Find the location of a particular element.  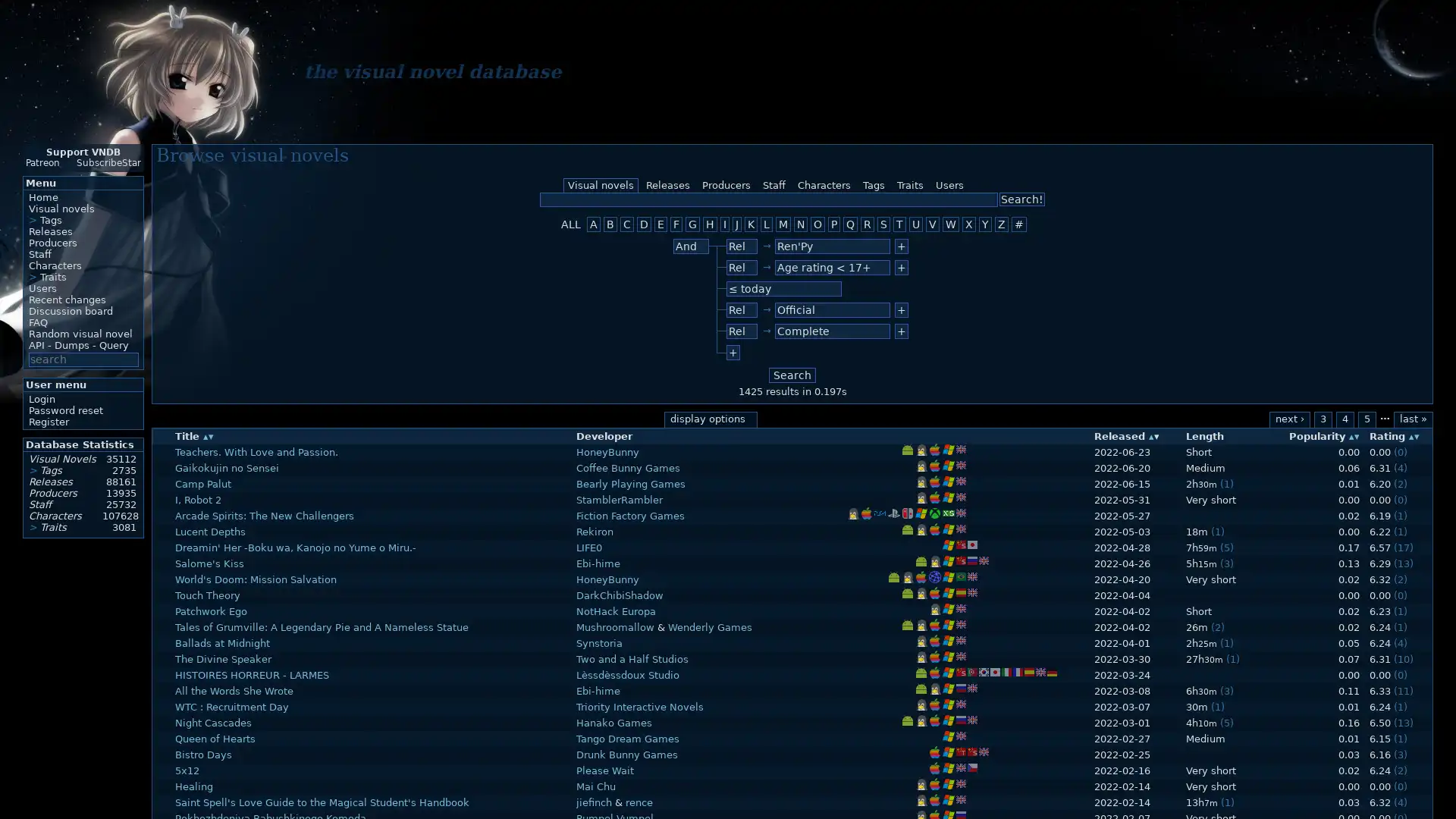

Search! is located at coordinates (1022, 198).